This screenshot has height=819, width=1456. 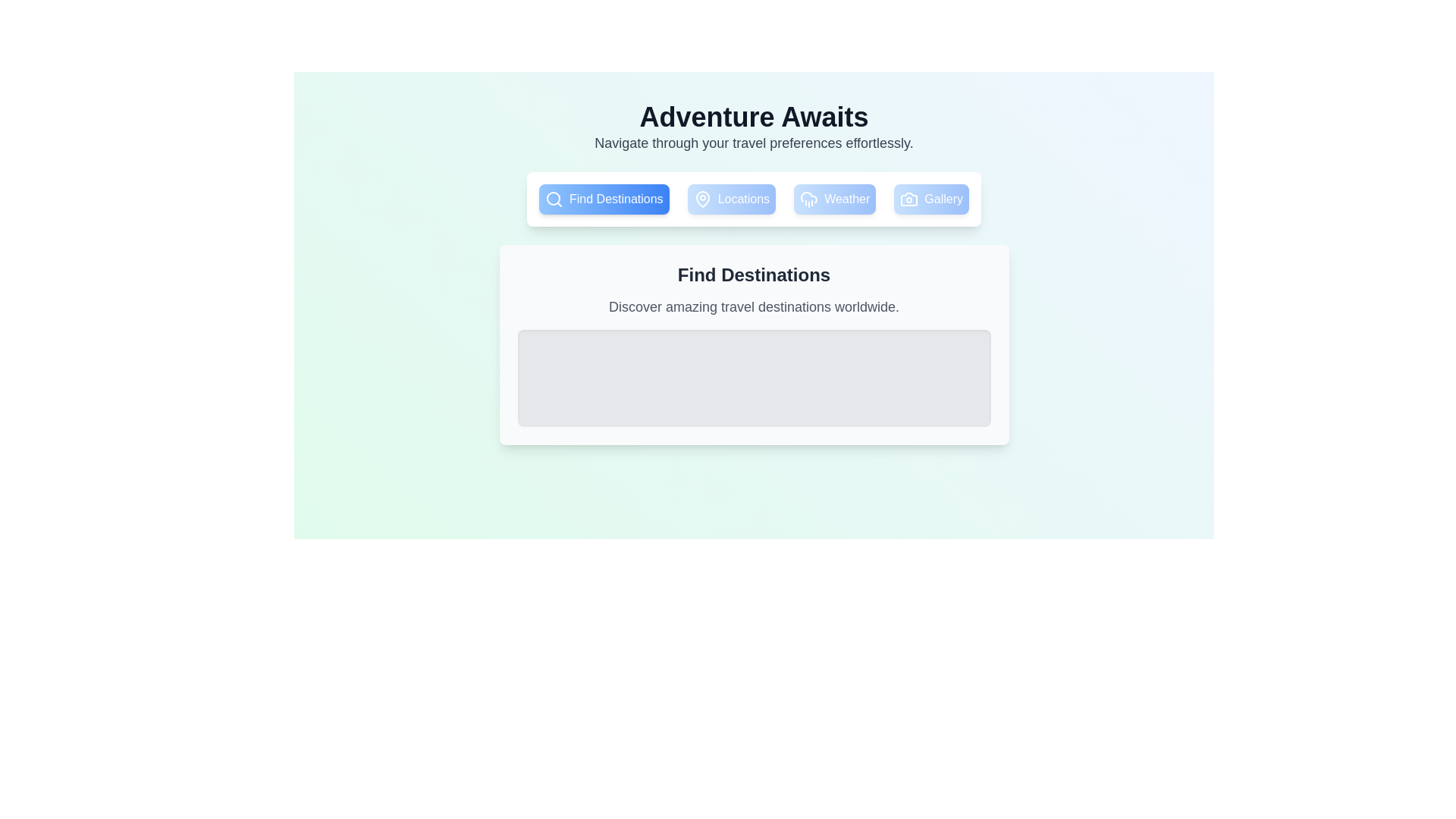 I want to click on the tab labeled Gallery to explore its content, so click(x=930, y=198).